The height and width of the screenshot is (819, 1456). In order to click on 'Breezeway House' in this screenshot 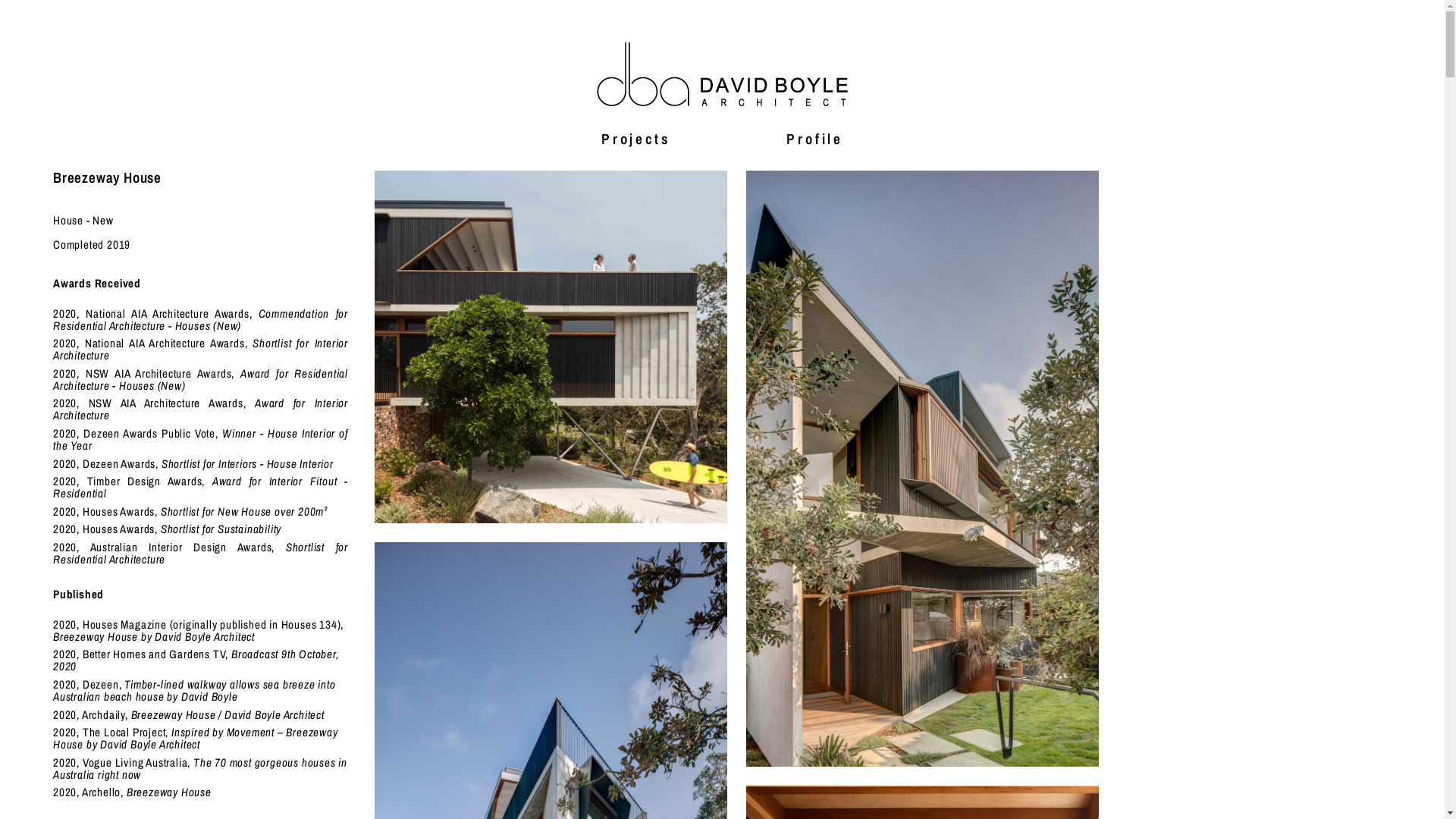, I will do `click(550, 347)`.